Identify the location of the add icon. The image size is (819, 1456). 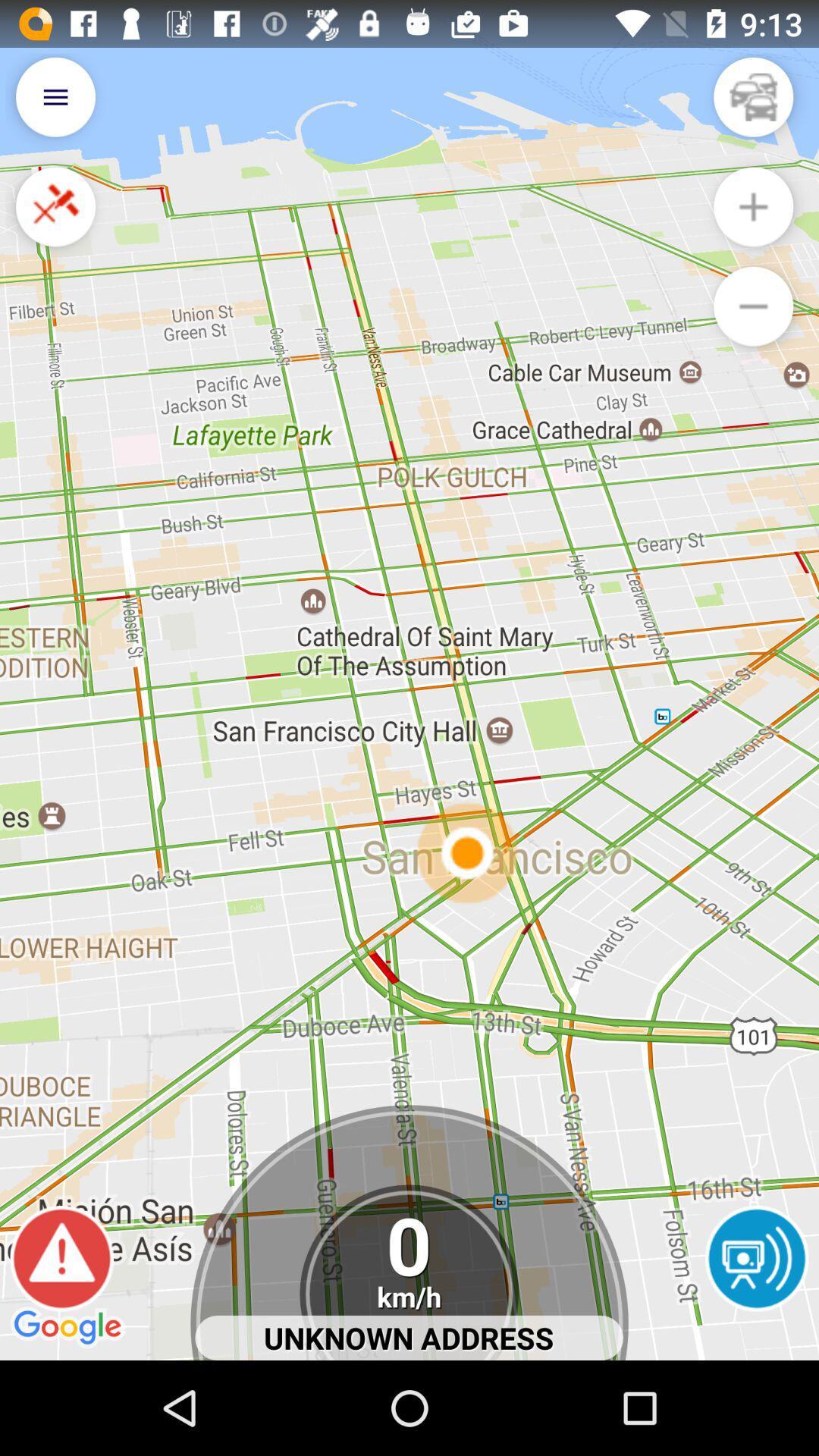
(753, 221).